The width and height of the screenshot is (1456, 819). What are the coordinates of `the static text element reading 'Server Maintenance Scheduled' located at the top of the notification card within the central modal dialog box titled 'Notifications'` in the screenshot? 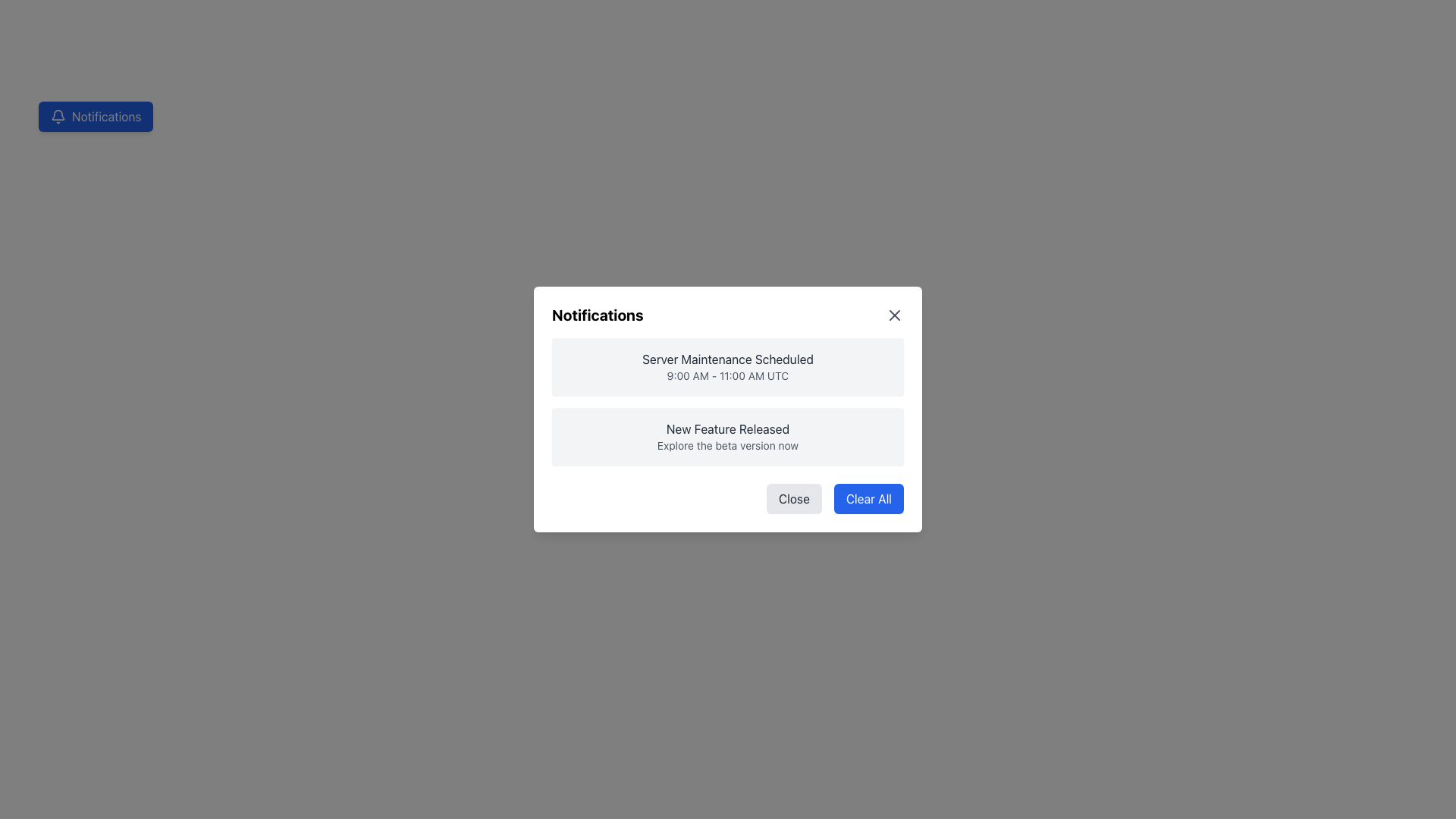 It's located at (728, 359).